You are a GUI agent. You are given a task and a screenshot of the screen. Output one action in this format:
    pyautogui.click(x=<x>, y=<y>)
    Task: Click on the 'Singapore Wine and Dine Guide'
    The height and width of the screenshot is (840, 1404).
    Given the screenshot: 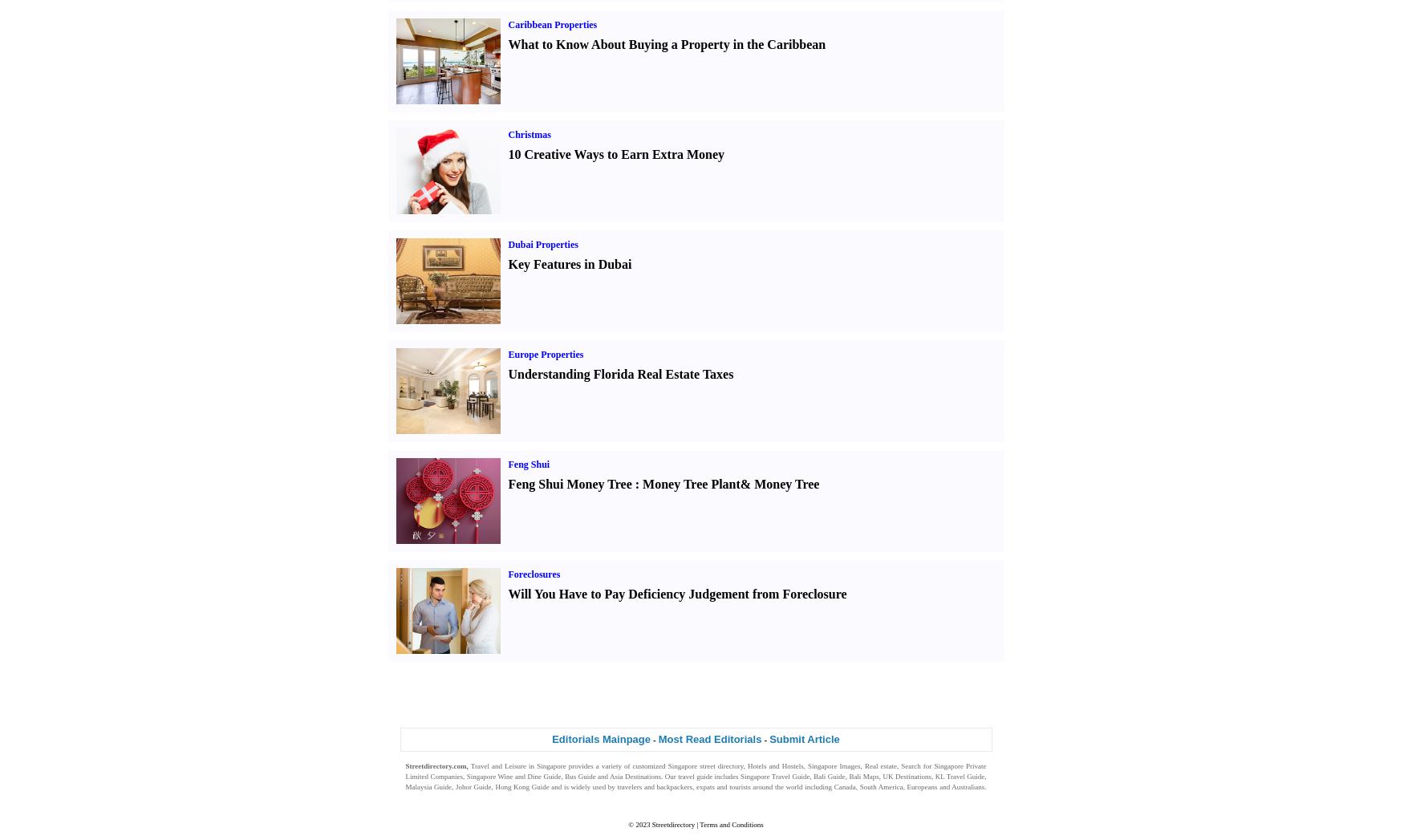 What is the action you would take?
    pyautogui.click(x=512, y=775)
    